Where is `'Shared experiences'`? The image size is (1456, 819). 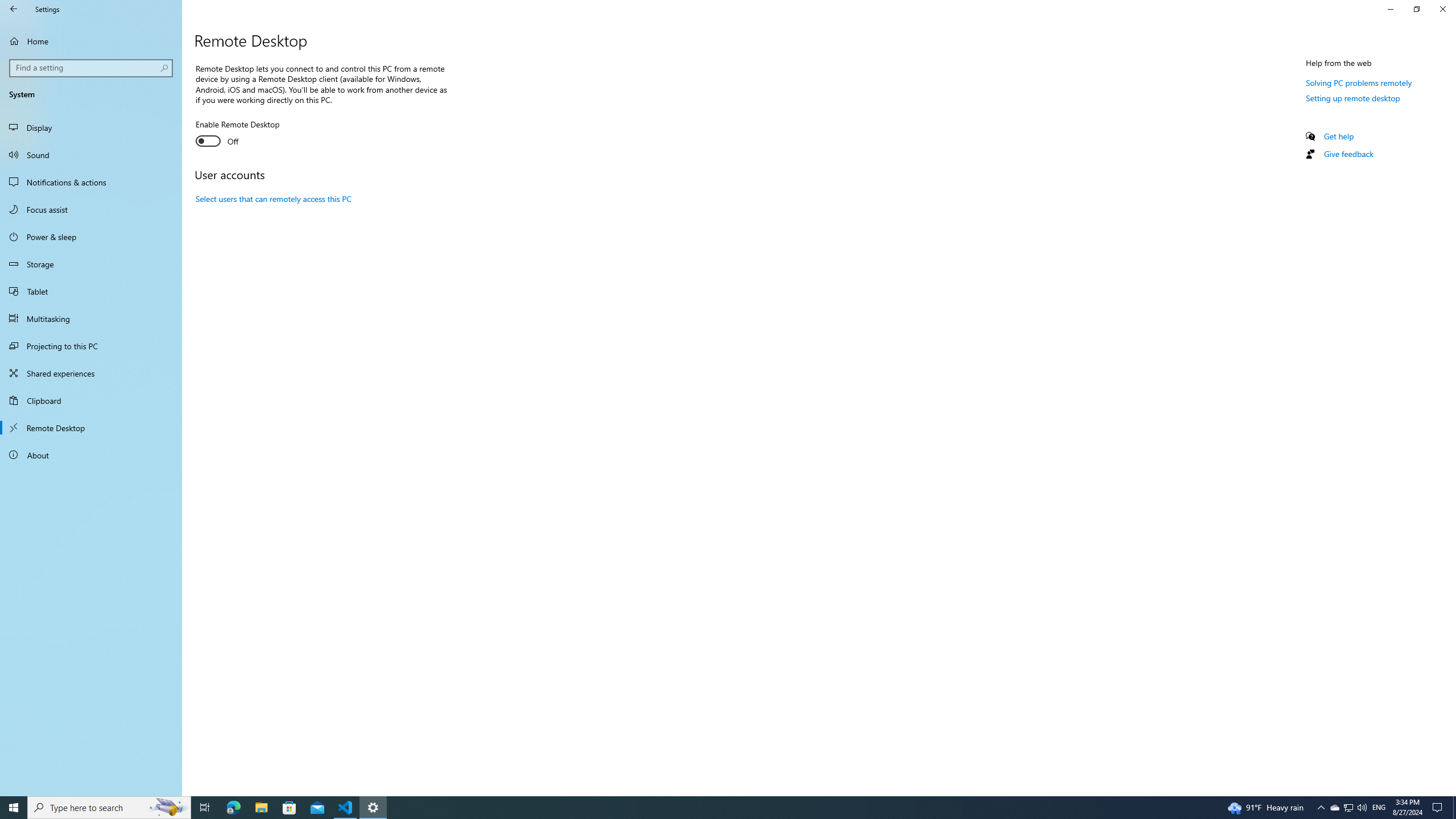 'Shared experiences' is located at coordinates (90, 372).